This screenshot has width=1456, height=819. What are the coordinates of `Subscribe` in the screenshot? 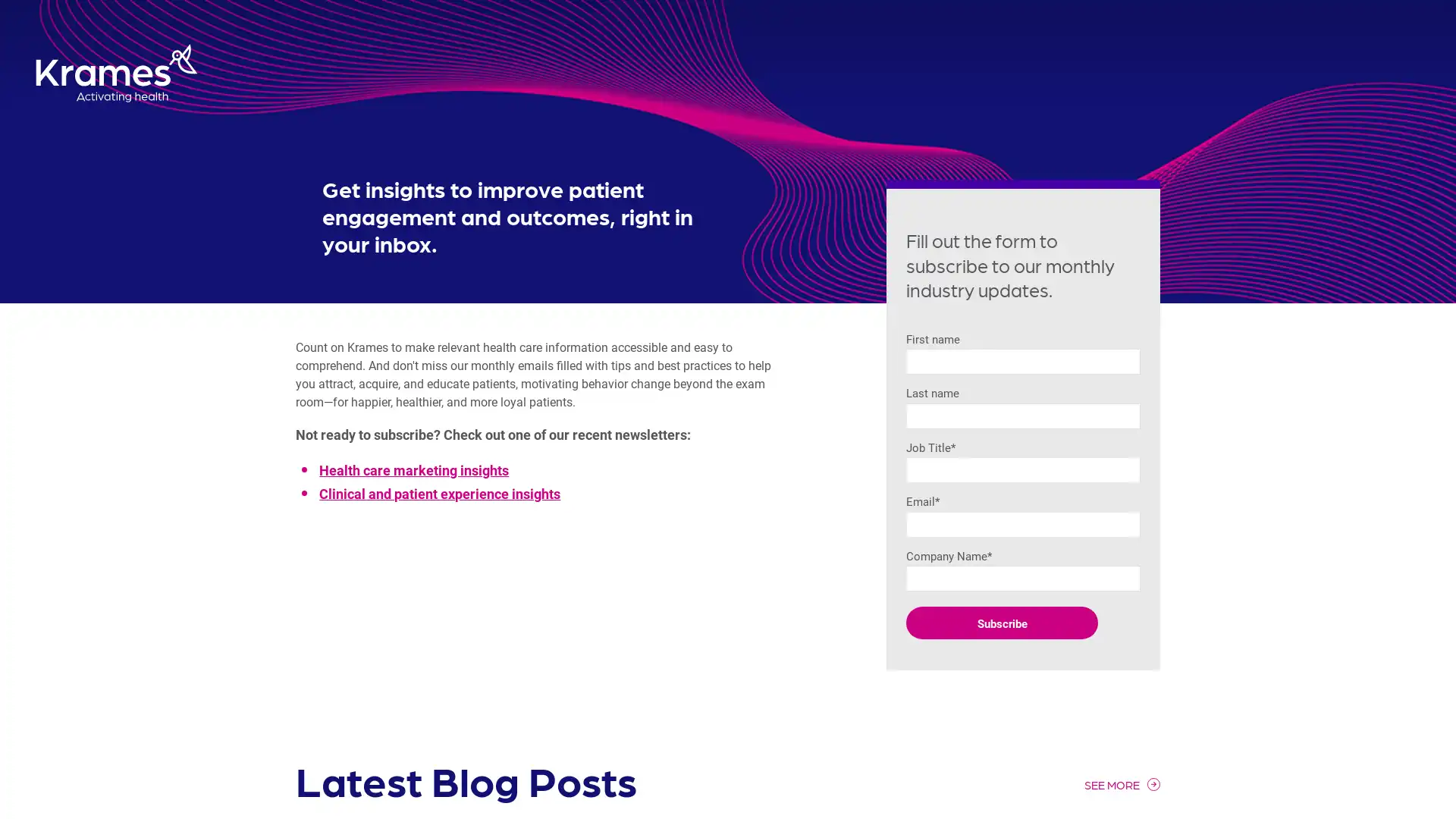 It's located at (1002, 623).